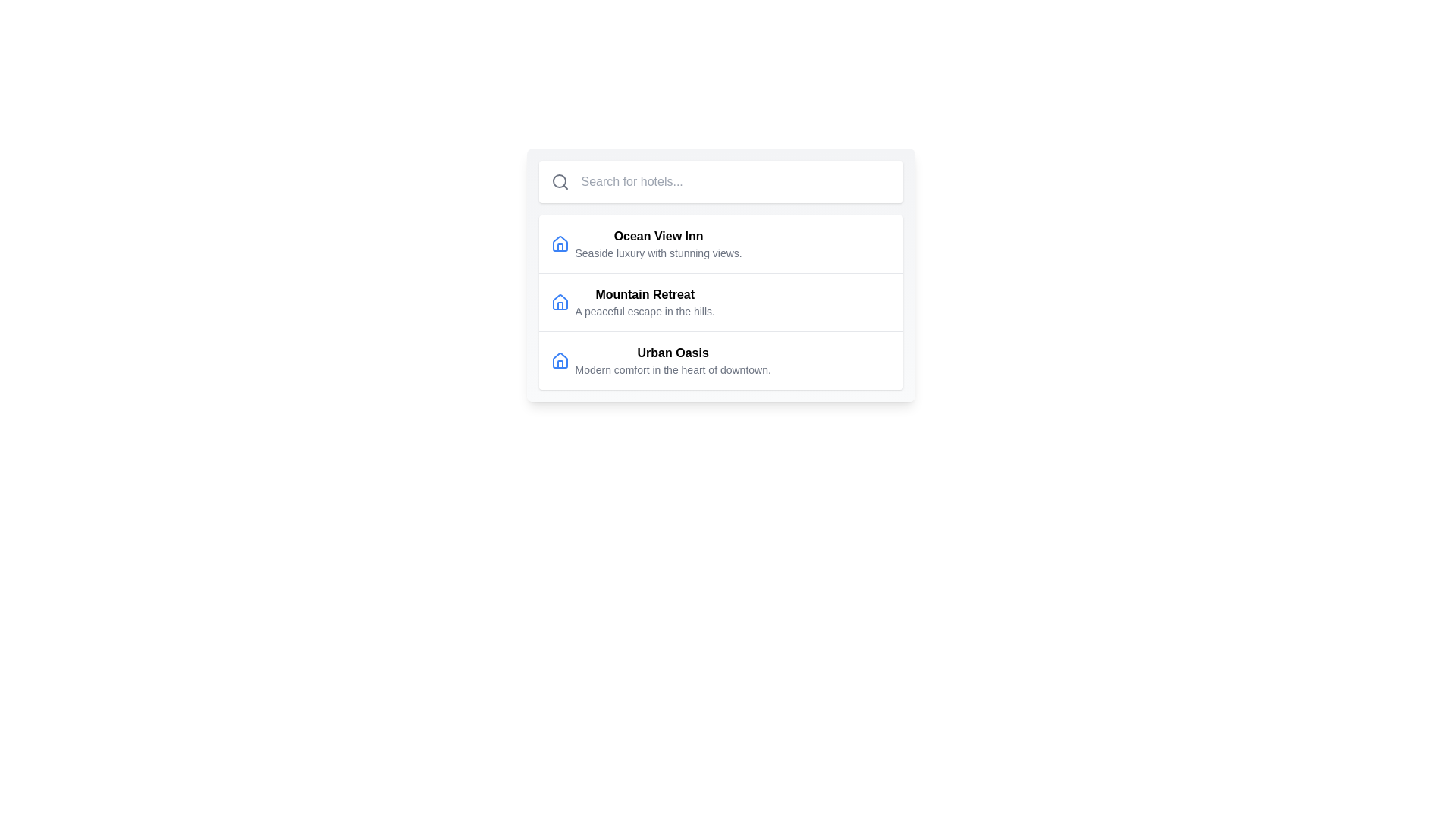 This screenshot has height=819, width=1456. Describe the element at coordinates (559, 243) in the screenshot. I see `the graphical icon representing the first list item adjacent to the label 'Ocean View Inn'` at that location.